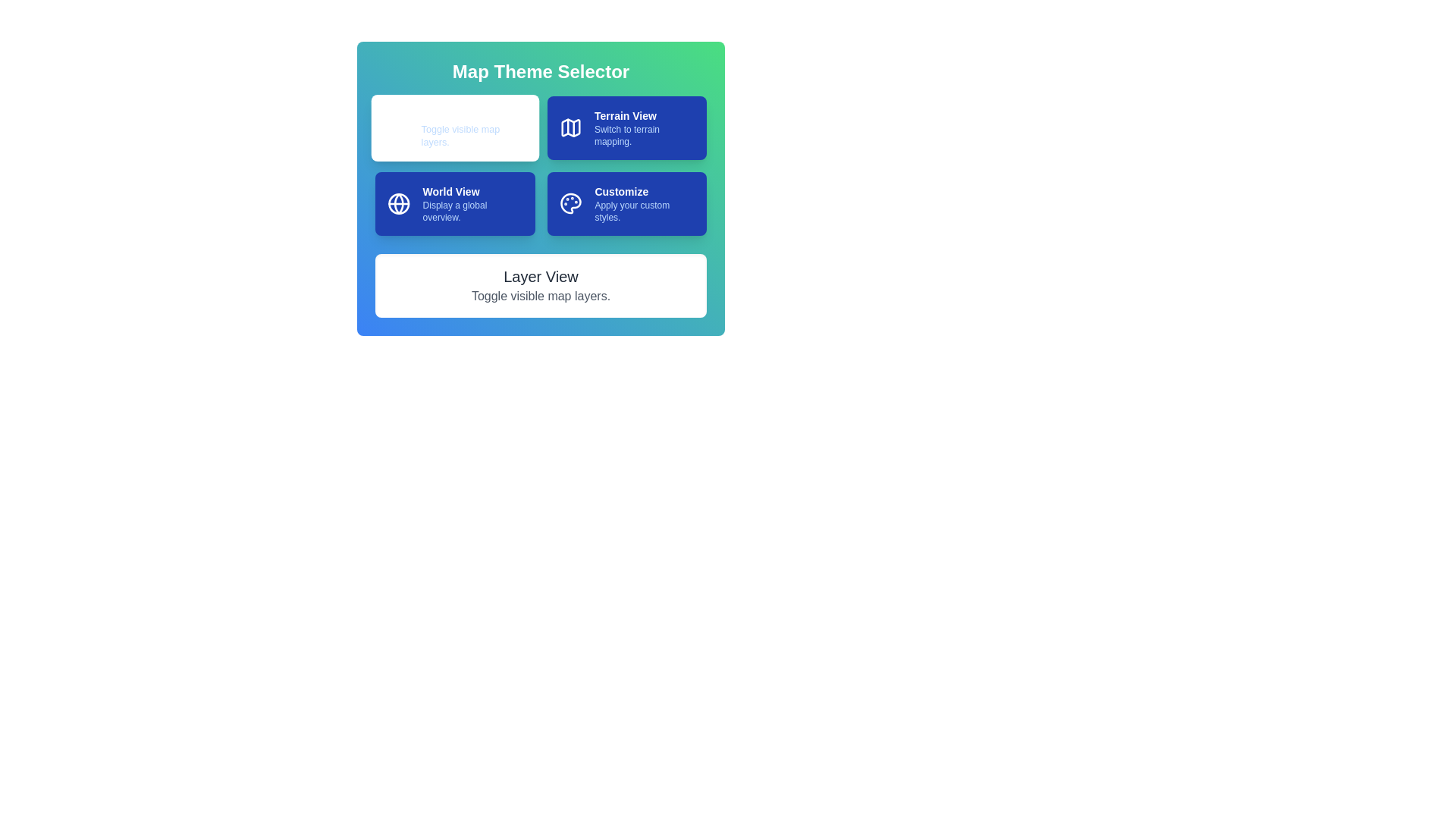  What do you see at coordinates (570, 127) in the screenshot?
I see `the map icon representing terrain view, which is located within the blue card titled 'Terrain View' in the top-right quadrant of the 'Map Theme Selector' panel` at bounding box center [570, 127].